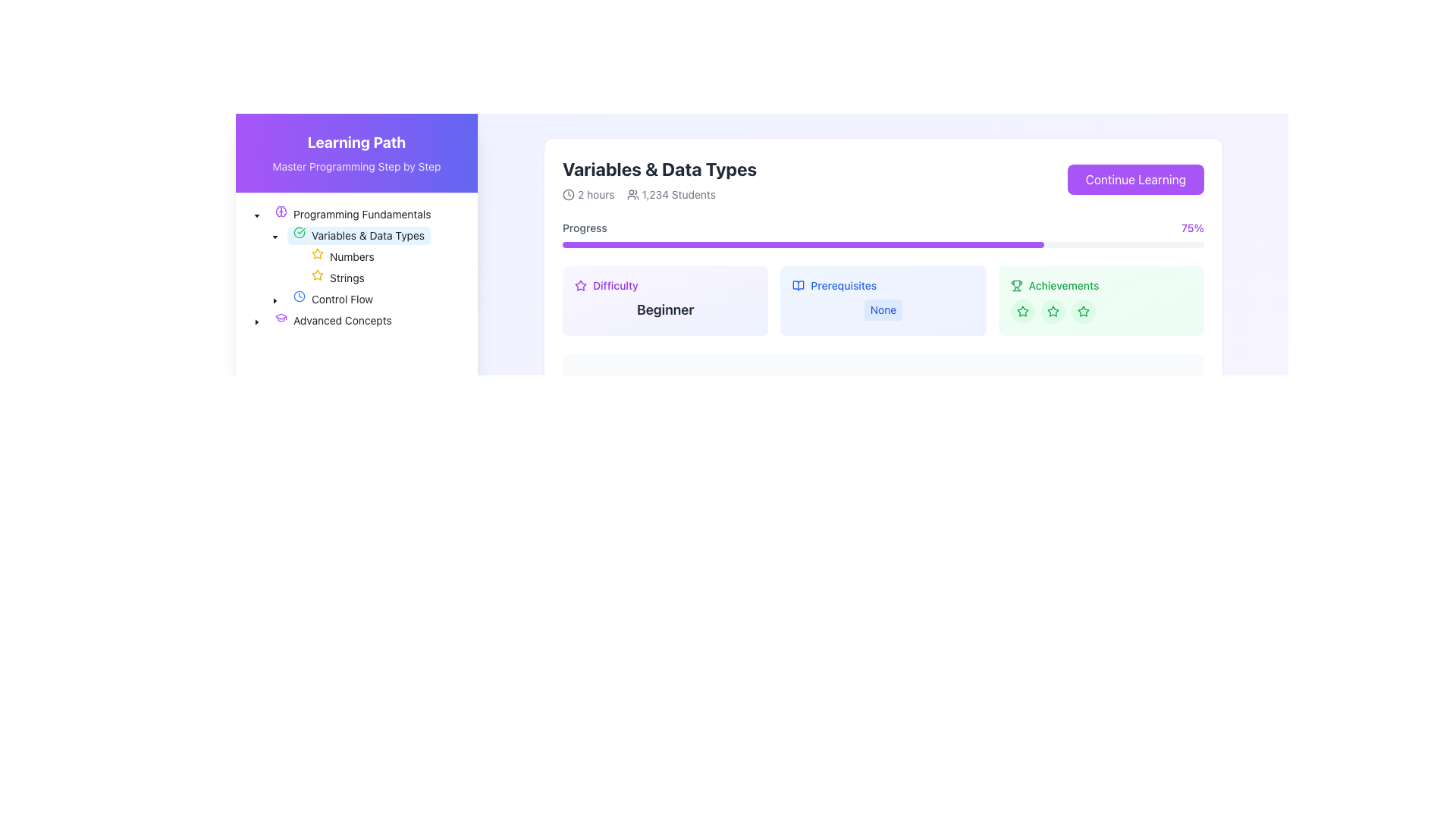 Image resolution: width=1456 pixels, height=819 pixels. I want to click on the 'Advanced Concepts' text label within the collapsible tree structure, so click(322, 320).